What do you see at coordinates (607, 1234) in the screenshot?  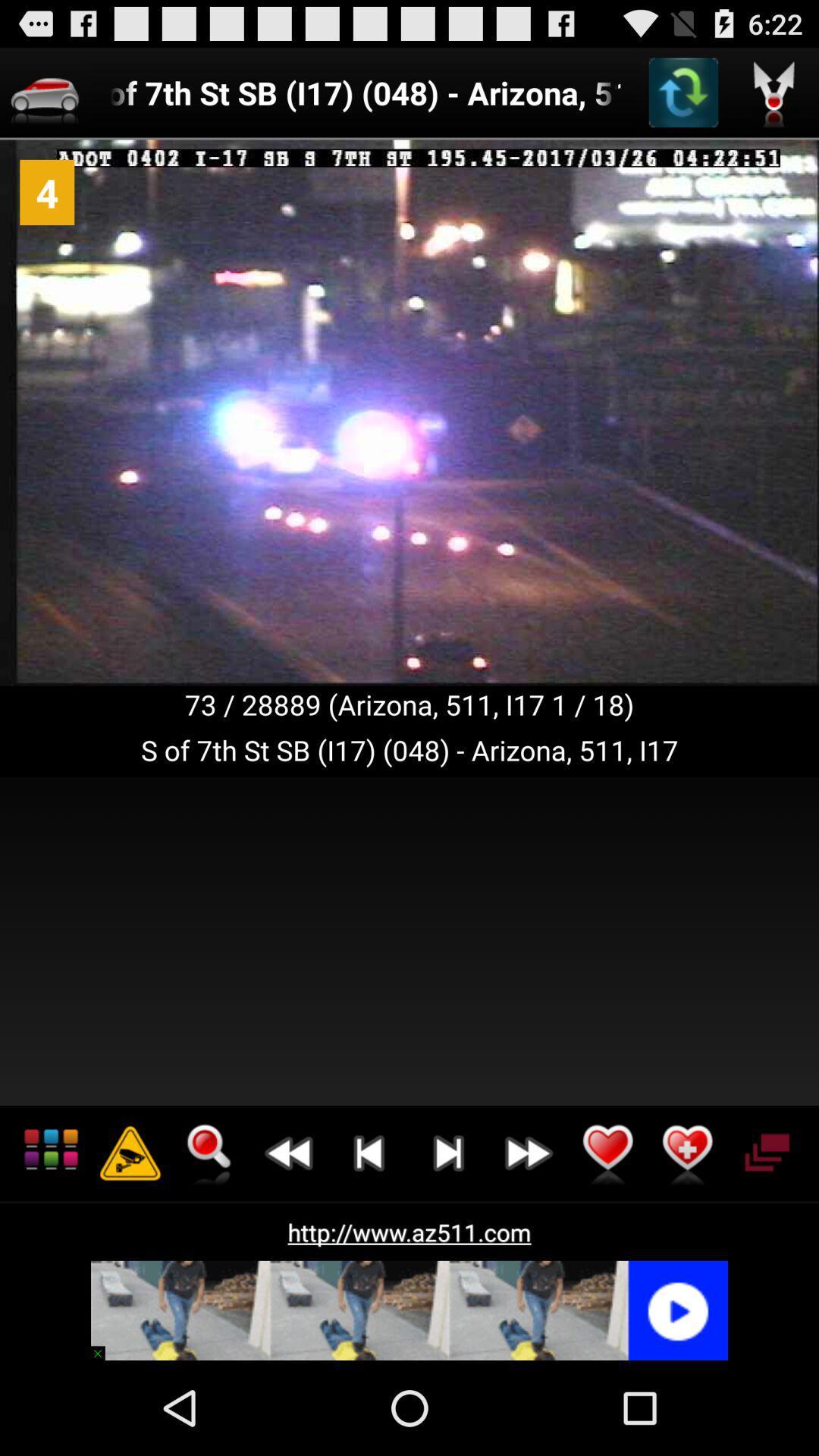 I see `the favorite icon` at bounding box center [607, 1234].